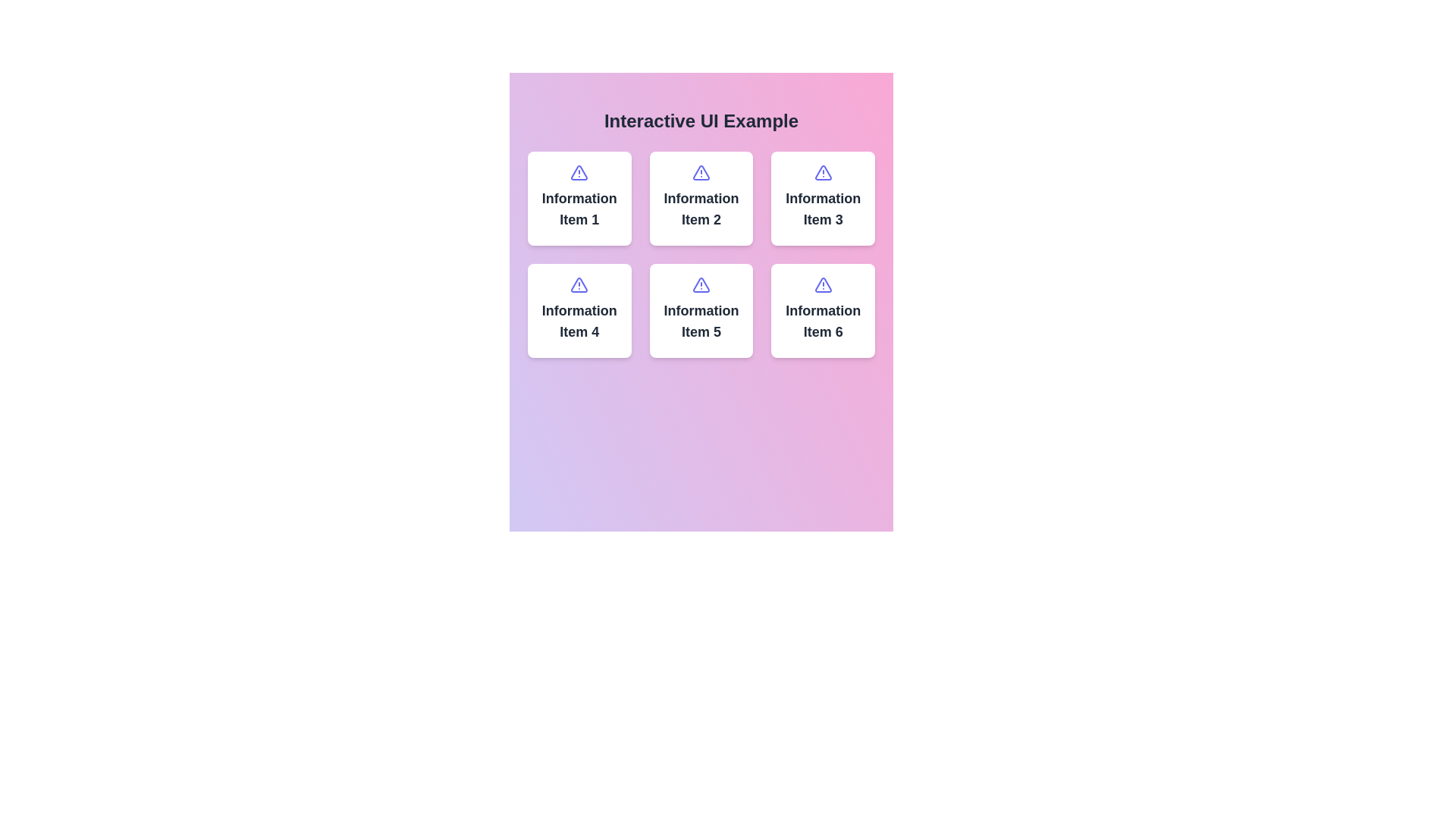  I want to click on descriptive text label located at the bottom of the sixth box in a 2-row, 3-column grid layout, so click(822, 321).